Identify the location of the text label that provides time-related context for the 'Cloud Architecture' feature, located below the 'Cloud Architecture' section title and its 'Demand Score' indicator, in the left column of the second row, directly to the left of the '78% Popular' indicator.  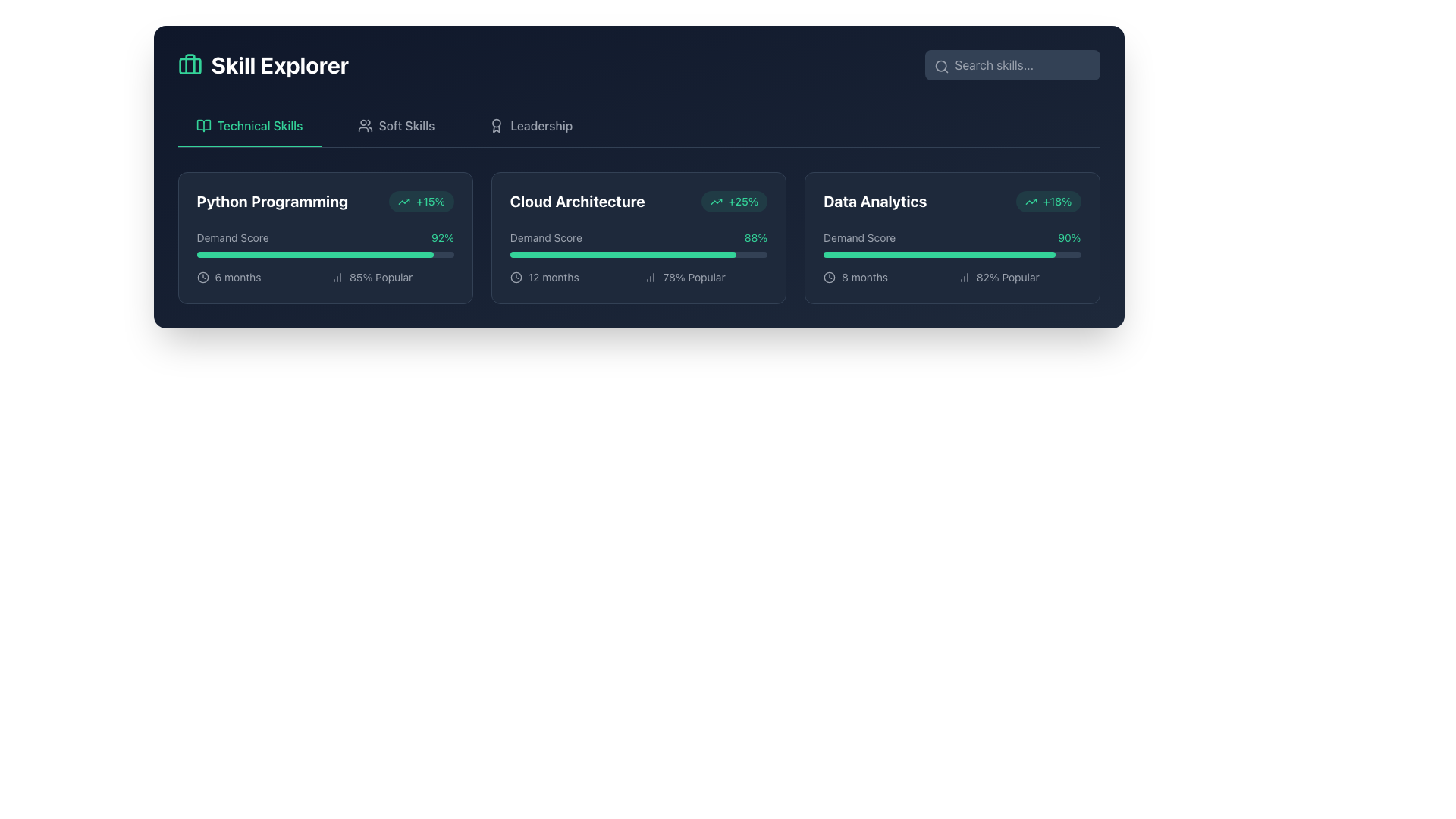
(570, 278).